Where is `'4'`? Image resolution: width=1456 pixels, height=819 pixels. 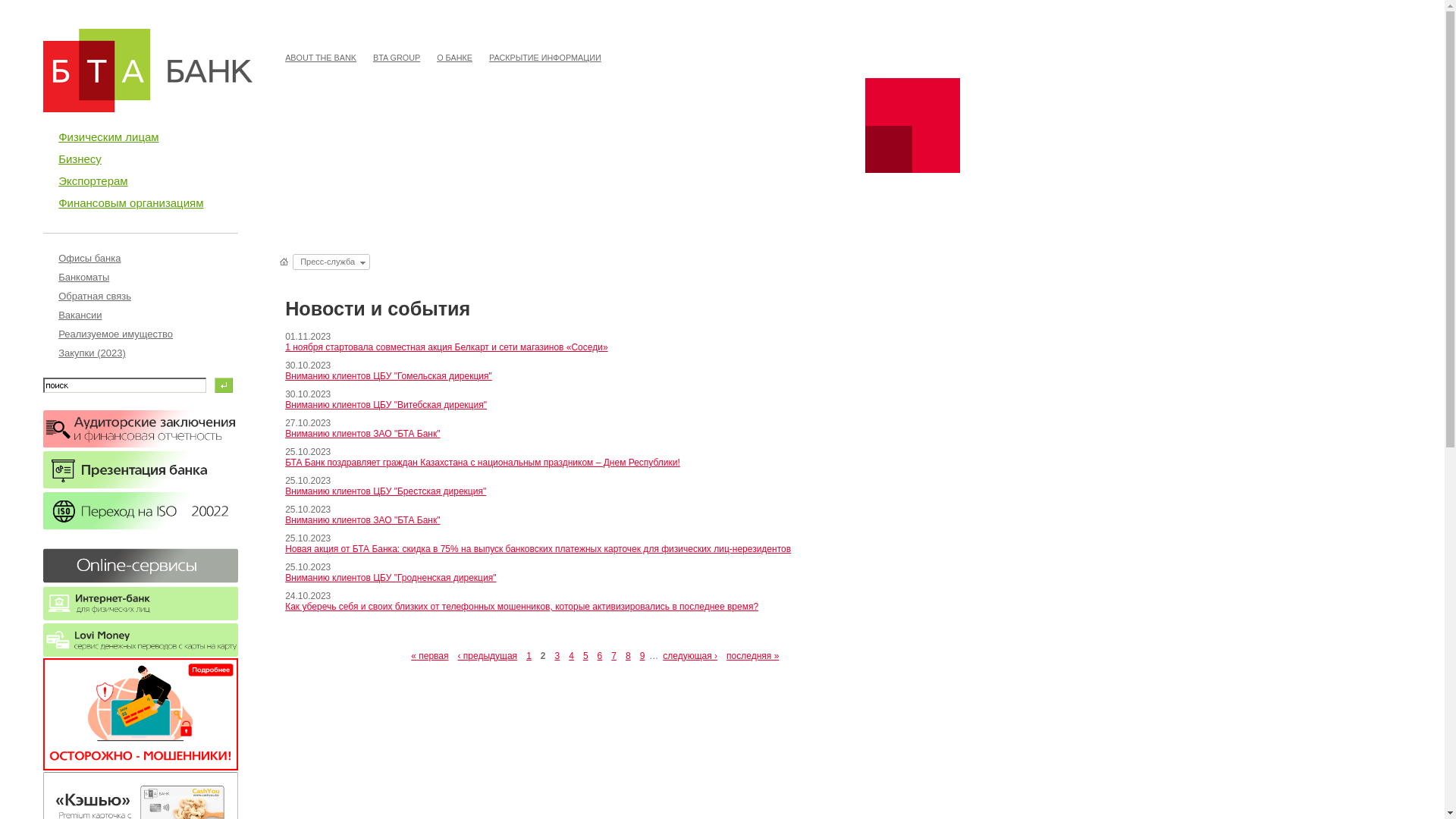
'4' is located at coordinates (570, 654).